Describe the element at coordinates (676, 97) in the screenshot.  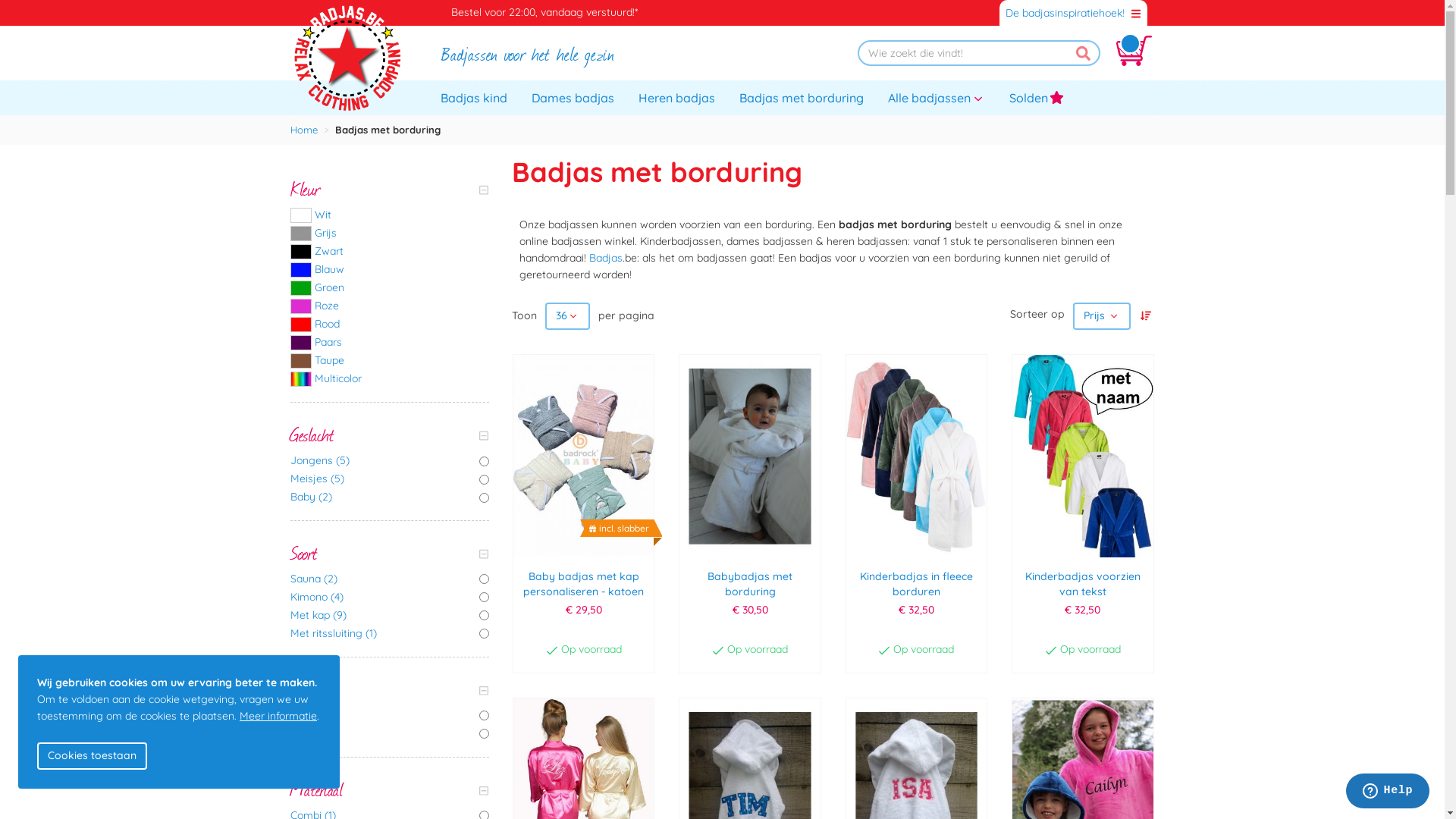
I see `'Heren badjas'` at that location.